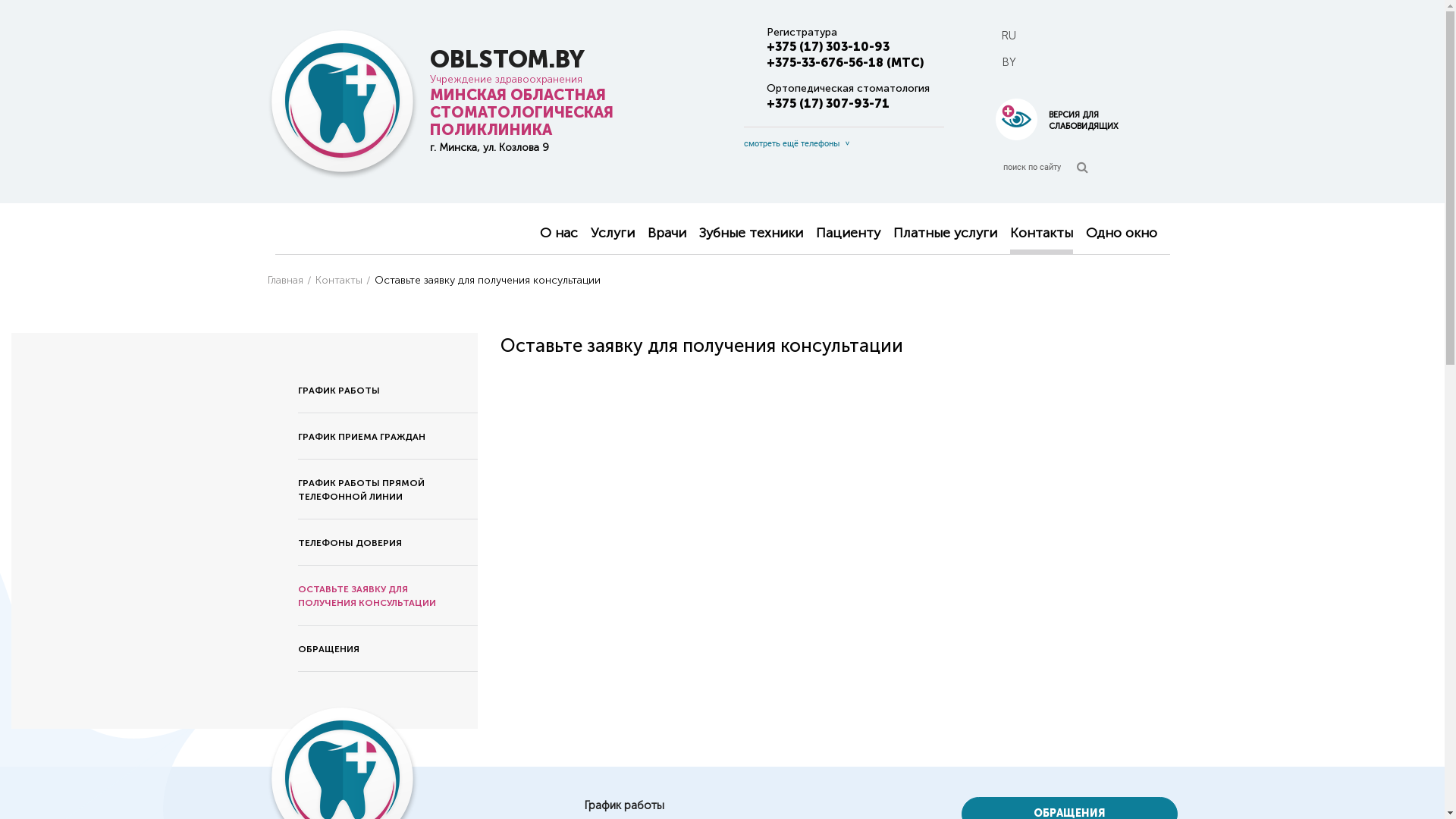 Image resolution: width=1456 pixels, height=819 pixels. What do you see at coordinates (1008, 35) in the screenshot?
I see `'RU'` at bounding box center [1008, 35].